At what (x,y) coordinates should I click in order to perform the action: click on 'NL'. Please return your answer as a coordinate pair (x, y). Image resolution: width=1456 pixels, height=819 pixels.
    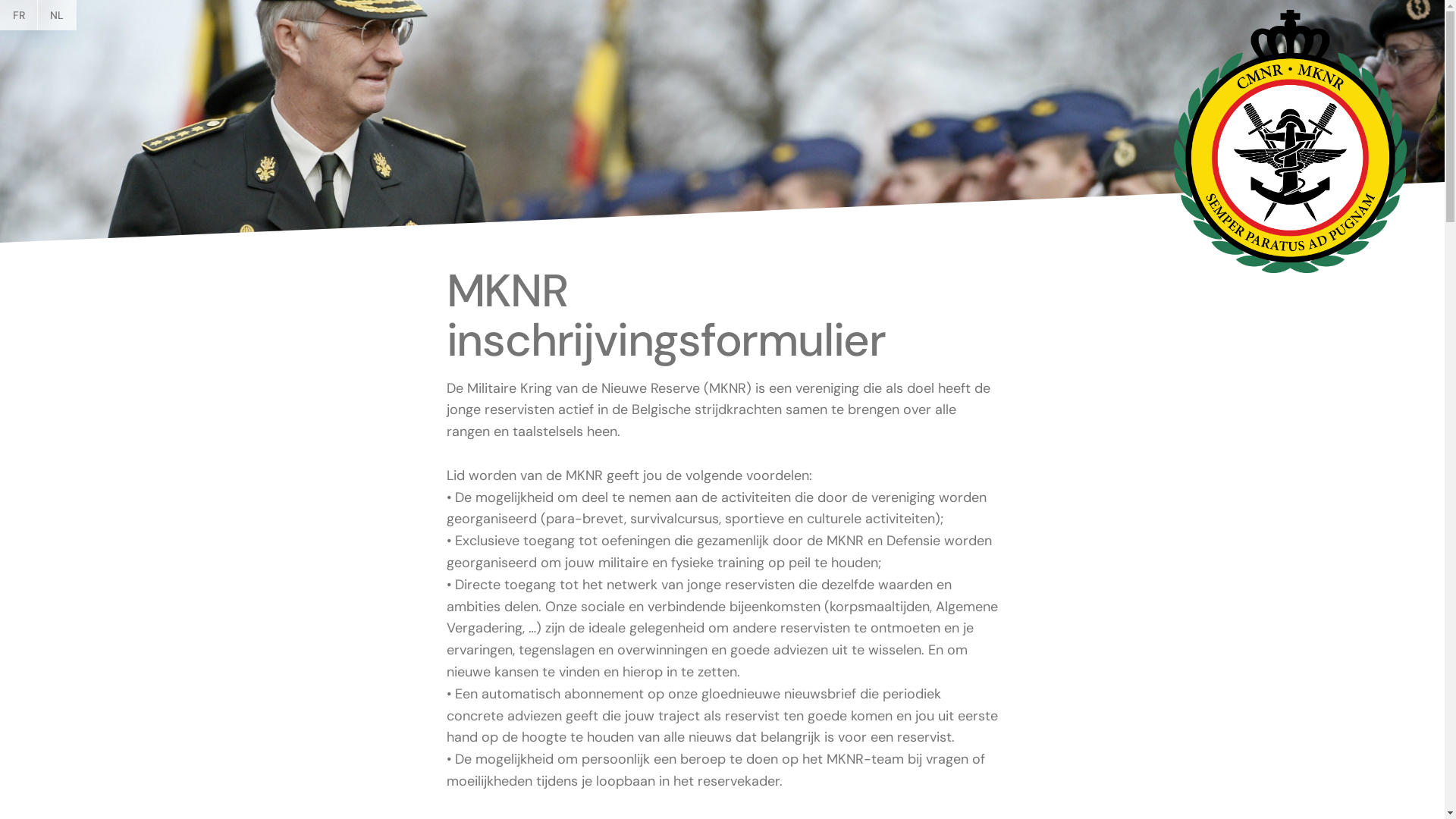
    Looking at the image, I should click on (57, 14).